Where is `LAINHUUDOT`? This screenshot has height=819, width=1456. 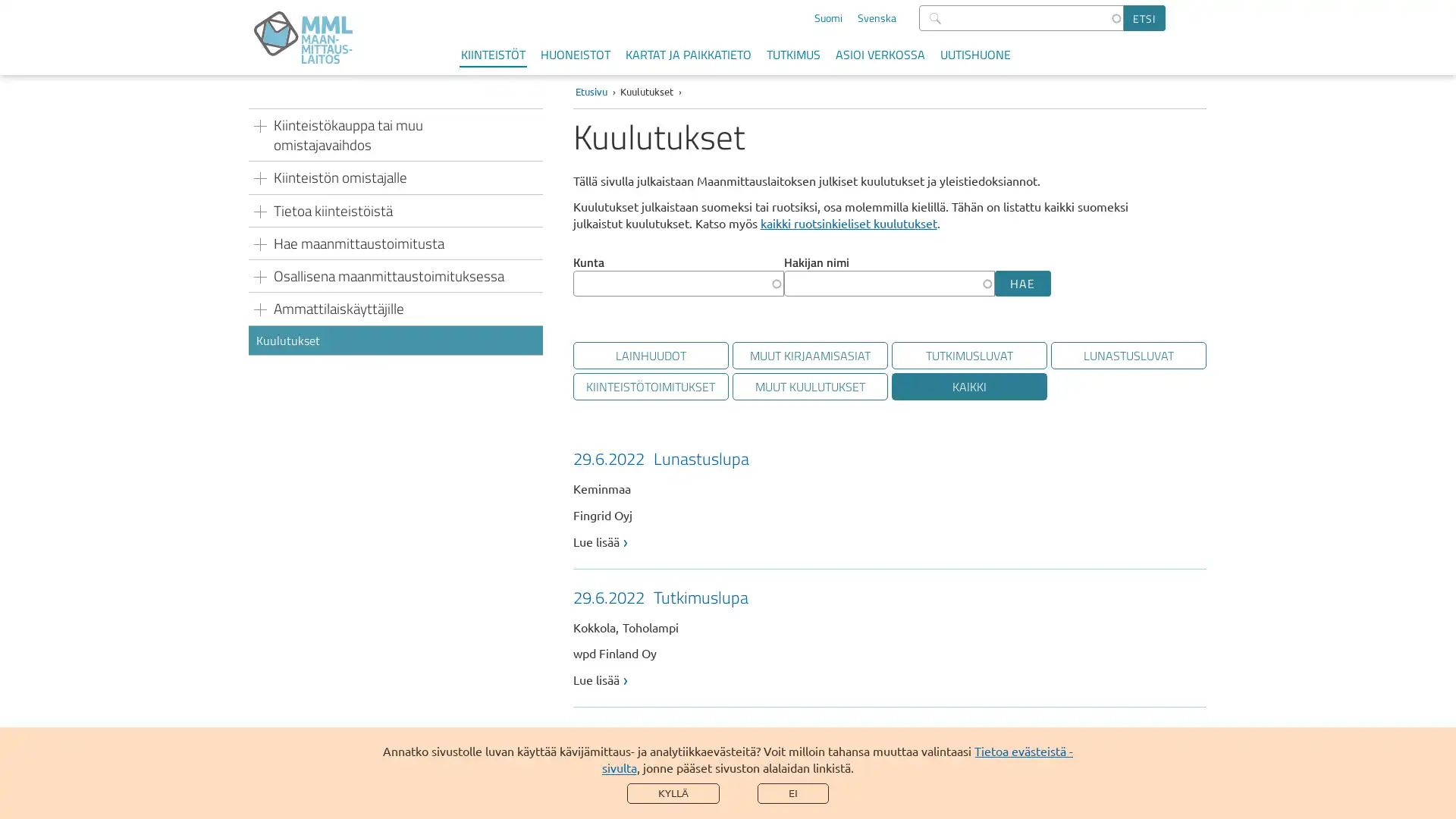 LAINHUUDOT is located at coordinates (650, 356).